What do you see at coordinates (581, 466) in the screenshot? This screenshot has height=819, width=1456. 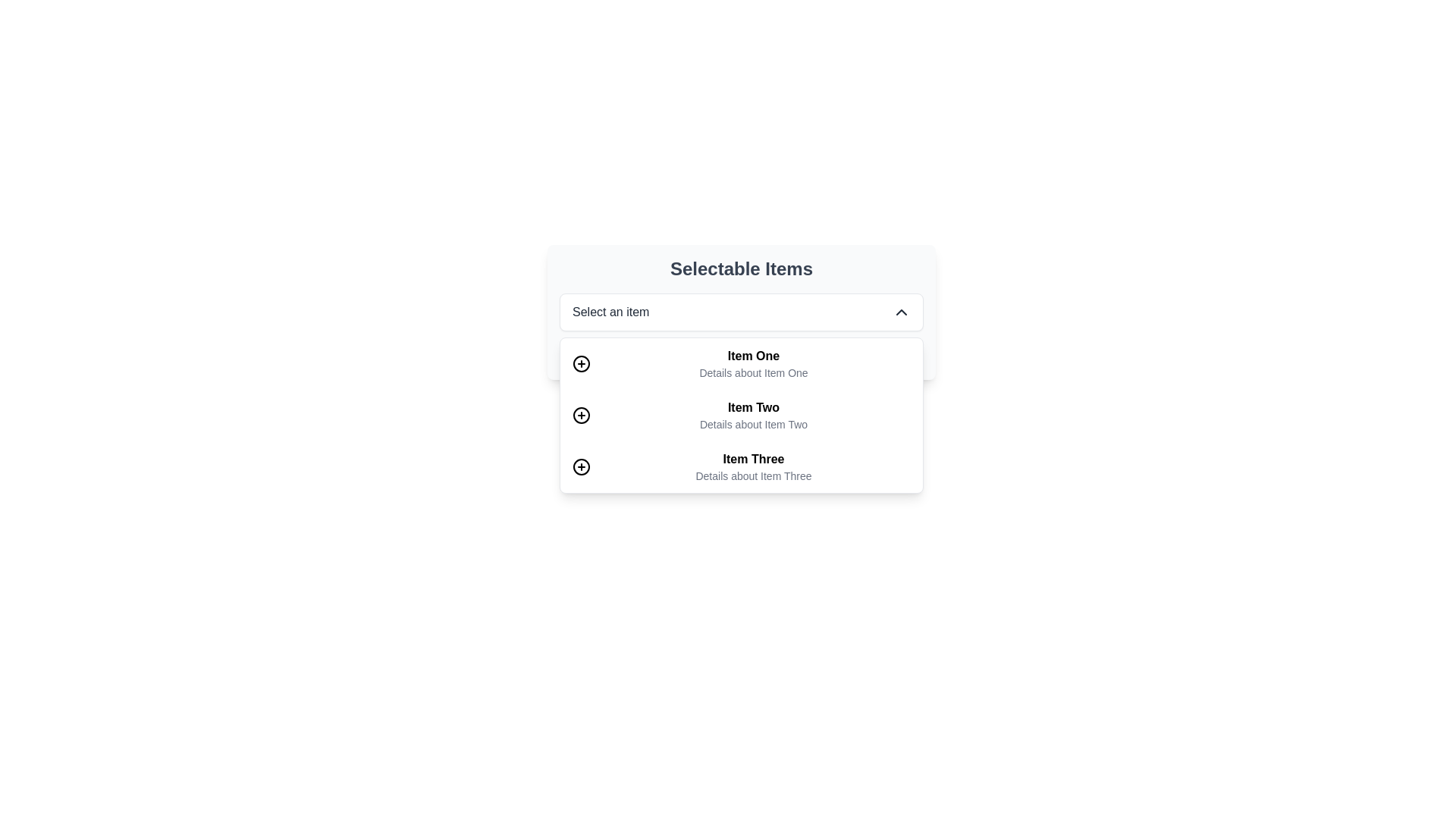 I see `the circular icon with a hollow center located beside 'Item Three' in the list under 'Selectable Items'` at bounding box center [581, 466].